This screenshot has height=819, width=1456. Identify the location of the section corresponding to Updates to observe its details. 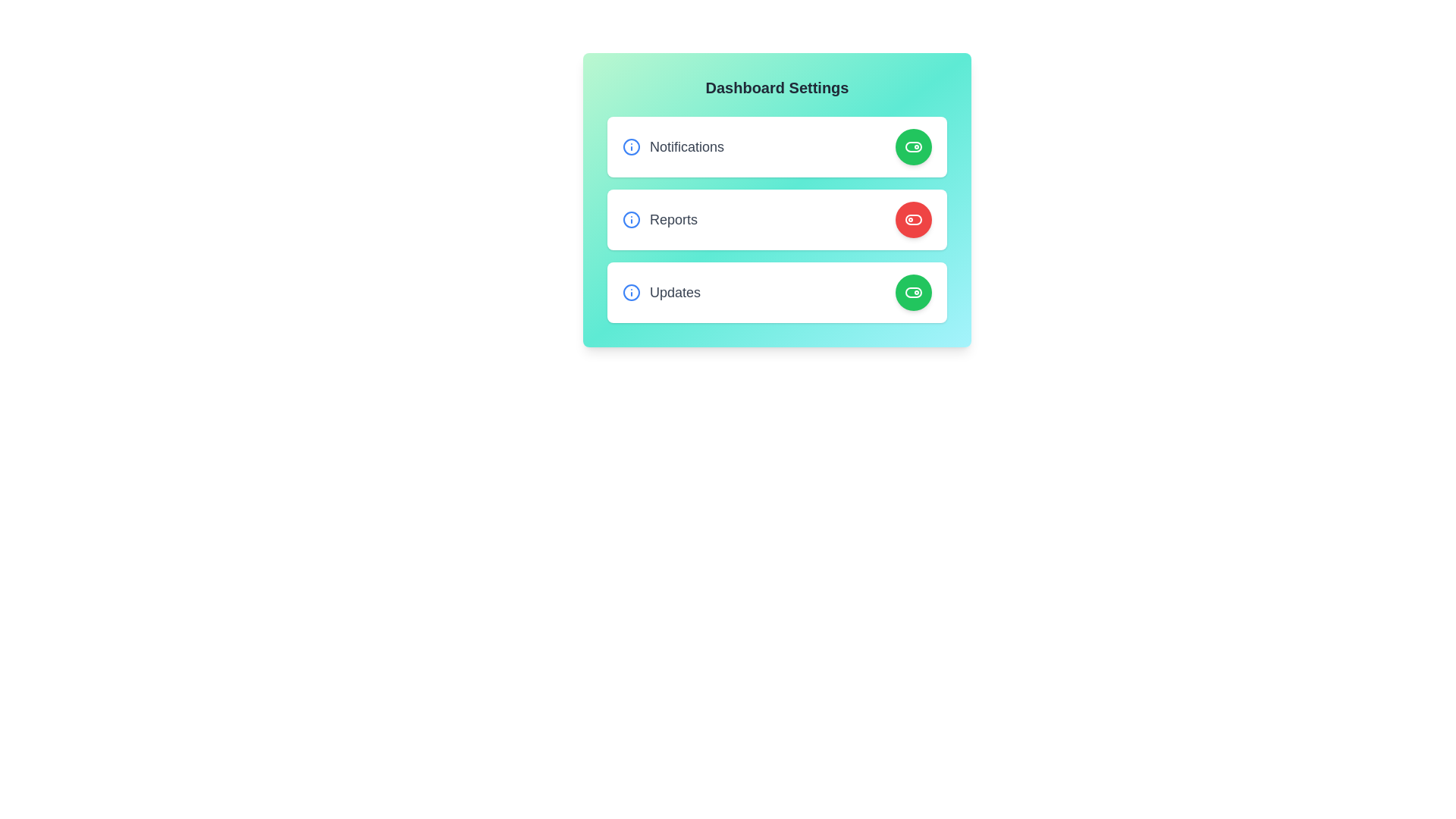
(777, 292).